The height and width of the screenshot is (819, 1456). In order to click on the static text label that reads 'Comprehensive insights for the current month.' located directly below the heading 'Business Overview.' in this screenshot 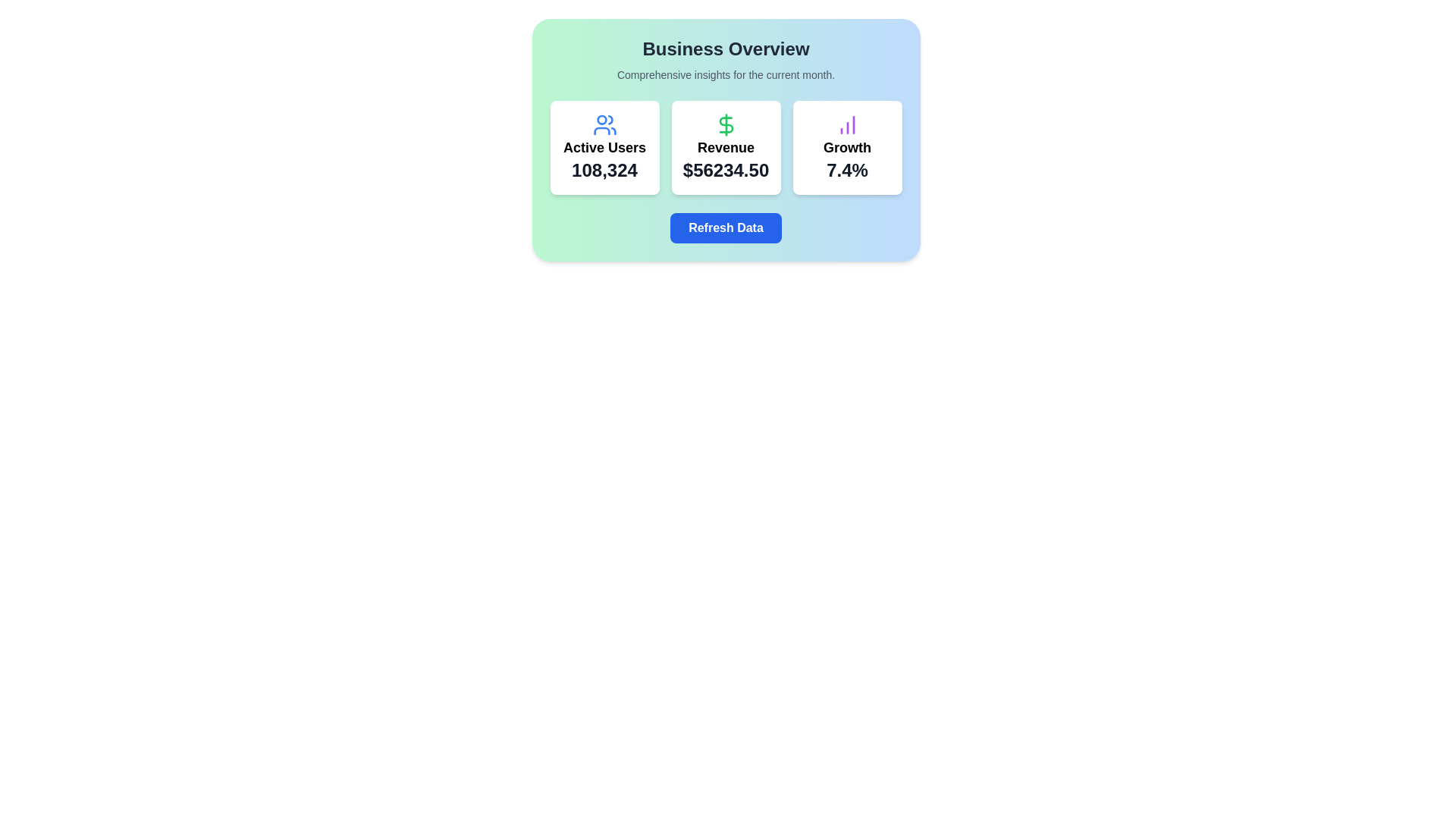, I will do `click(725, 75)`.